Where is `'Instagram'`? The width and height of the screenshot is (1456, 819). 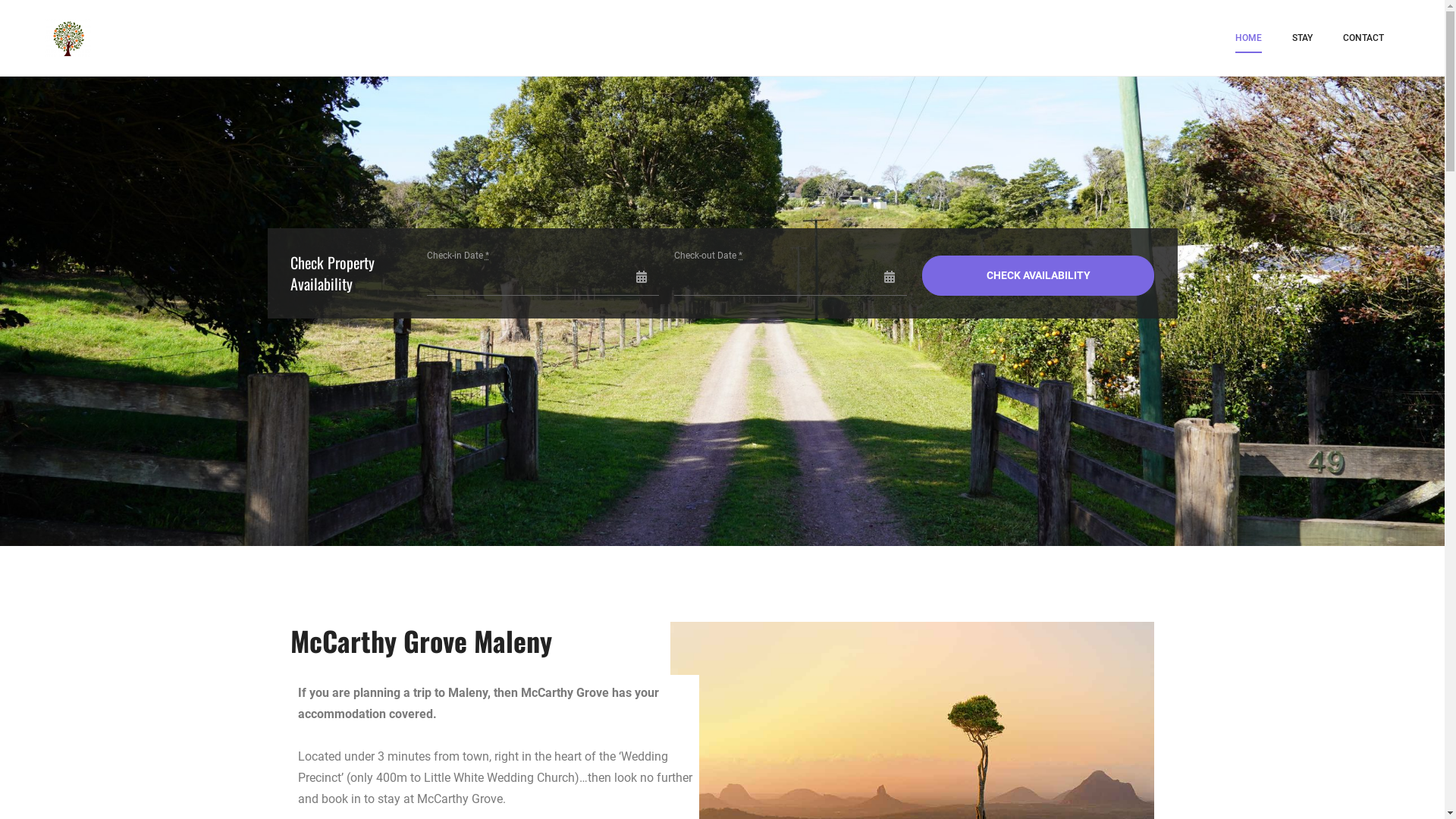 'Instagram' is located at coordinates (723, 623).